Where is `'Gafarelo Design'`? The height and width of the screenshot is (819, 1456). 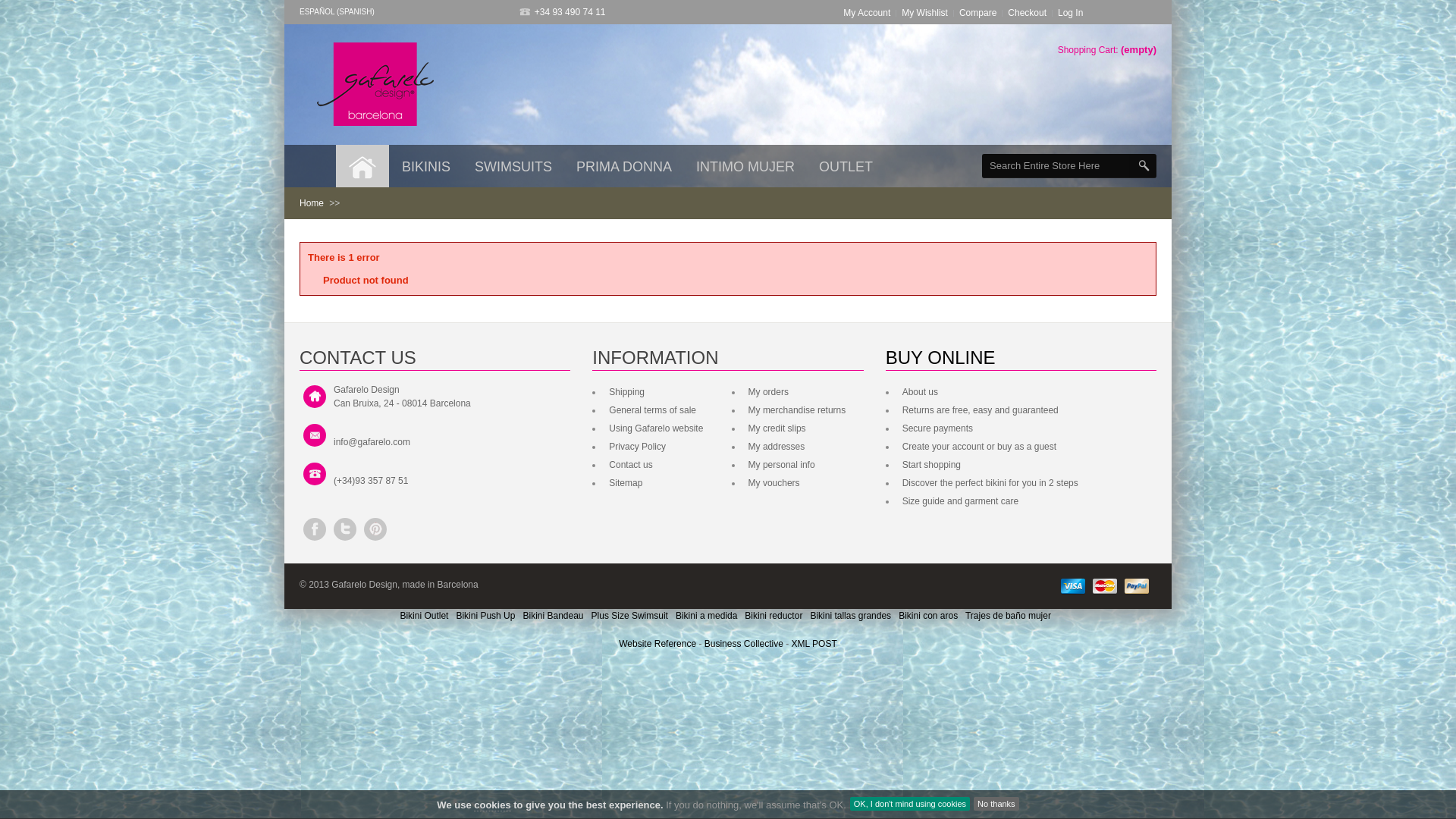 'Gafarelo Design' is located at coordinates (375, 84).